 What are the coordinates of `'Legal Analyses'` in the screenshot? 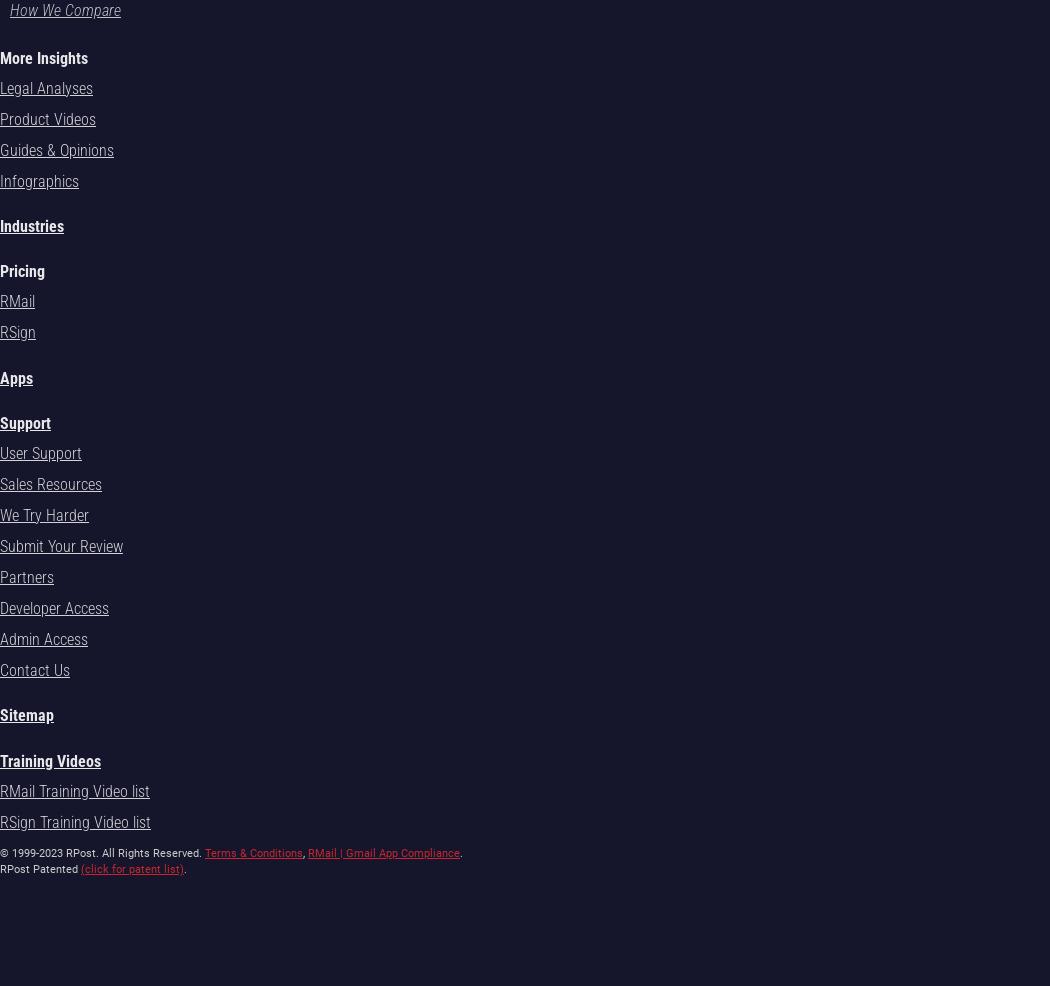 It's located at (45, 87).